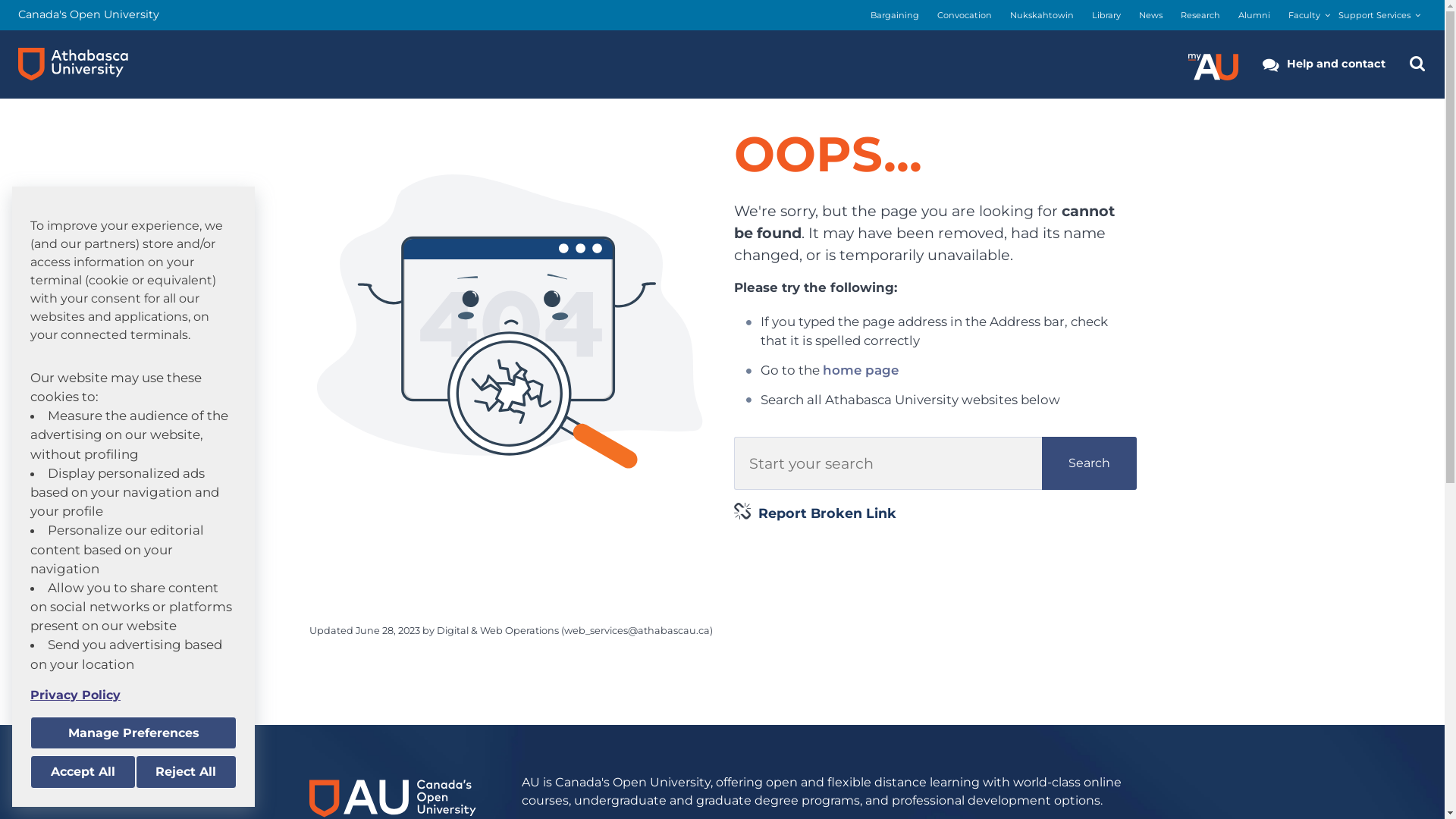  I want to click on 'Accept All', so click(82, 772).